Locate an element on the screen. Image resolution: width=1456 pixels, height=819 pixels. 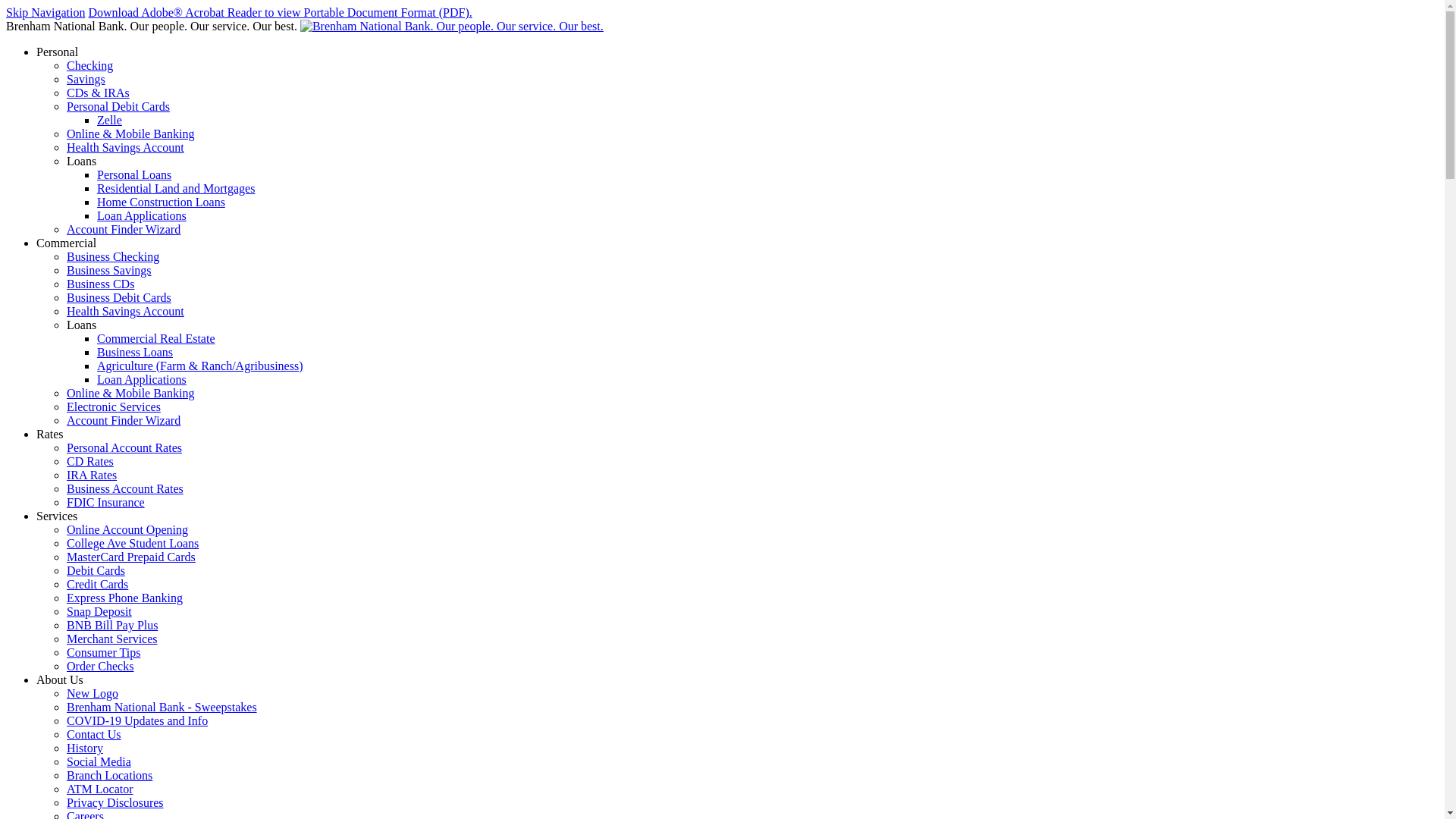
'Personal Loans' is located at coordinates (96, 174).